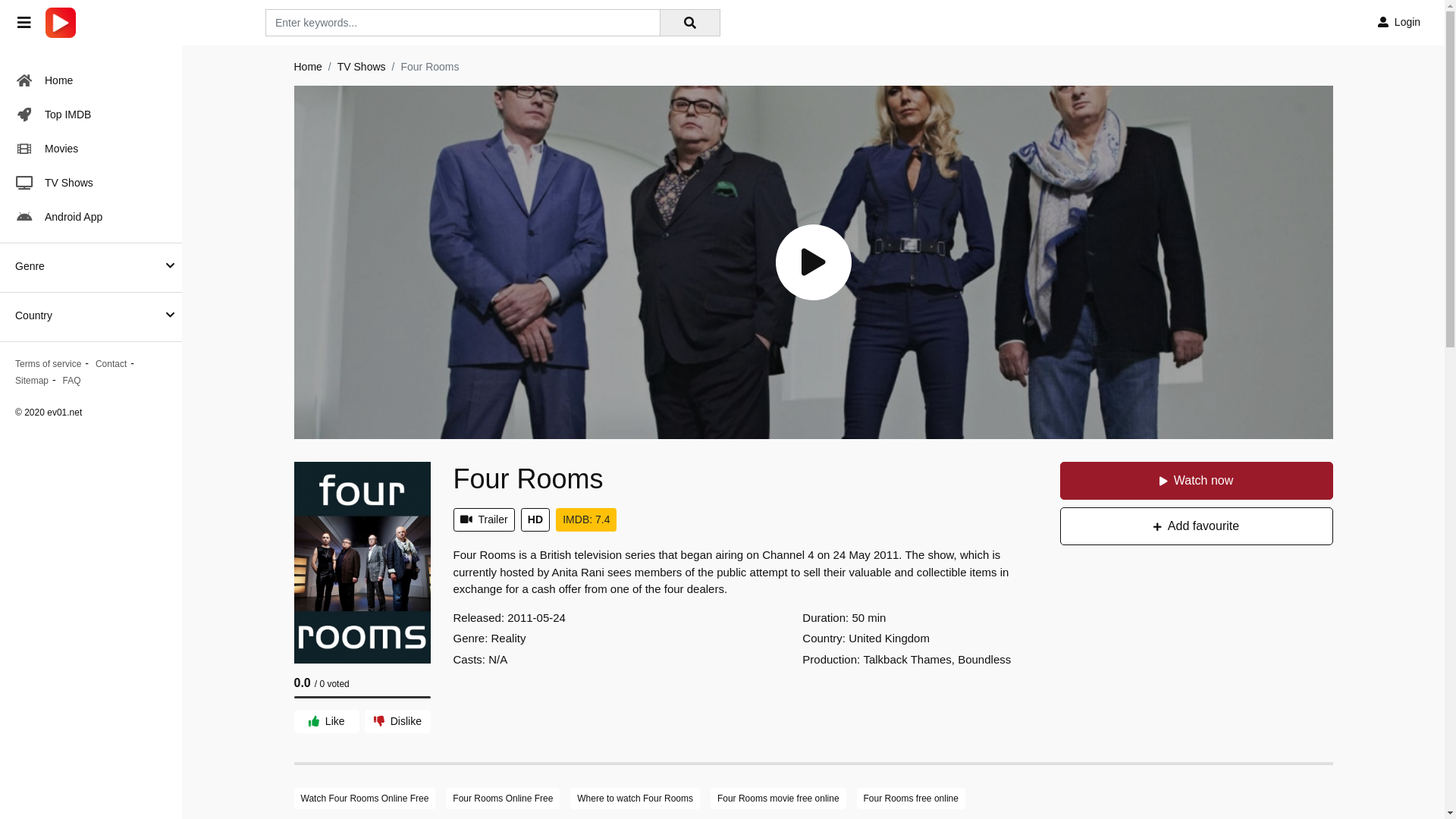 This screenshot has height=819, width=1456. What do you see at coordinates (862, 658) in the screenshot?
I see `'Talkback Thames'` at bounding box center [862, 658].